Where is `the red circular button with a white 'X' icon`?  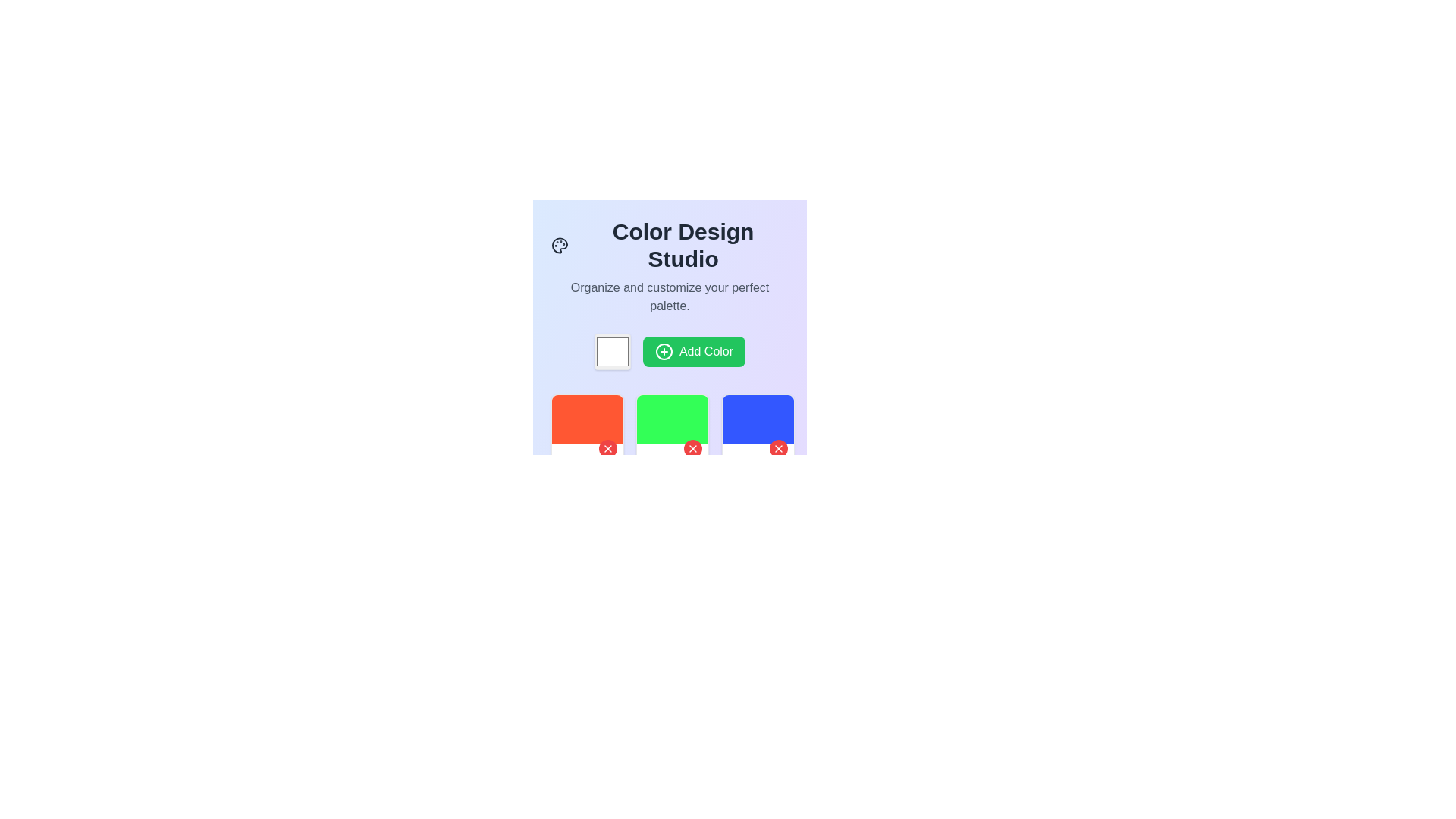 the red circular button with a white 'X' icon is located at coordinates (607, 449).